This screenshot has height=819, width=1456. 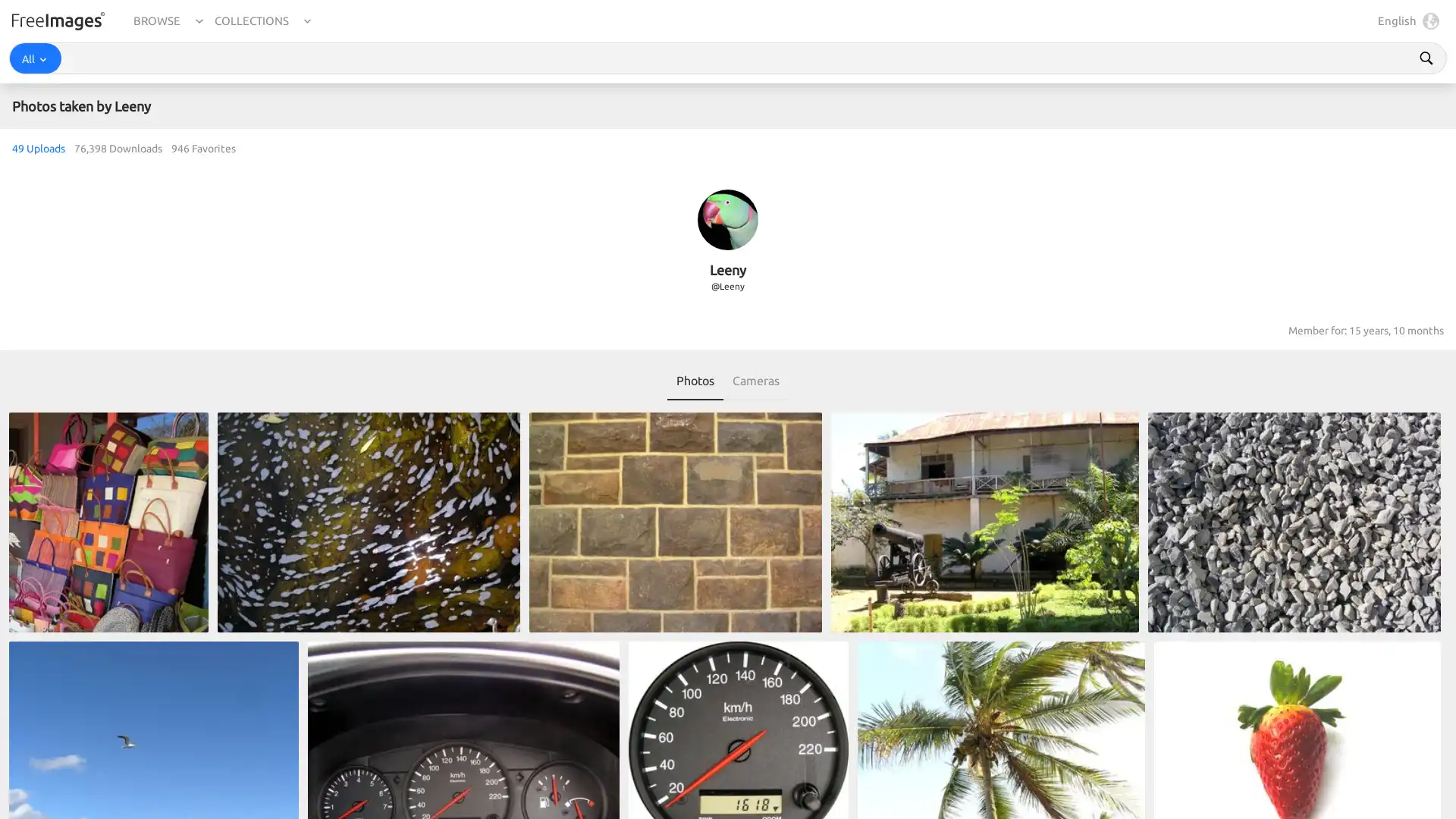 I want to click on Accept Cookies, so click(x=1204, y=786).